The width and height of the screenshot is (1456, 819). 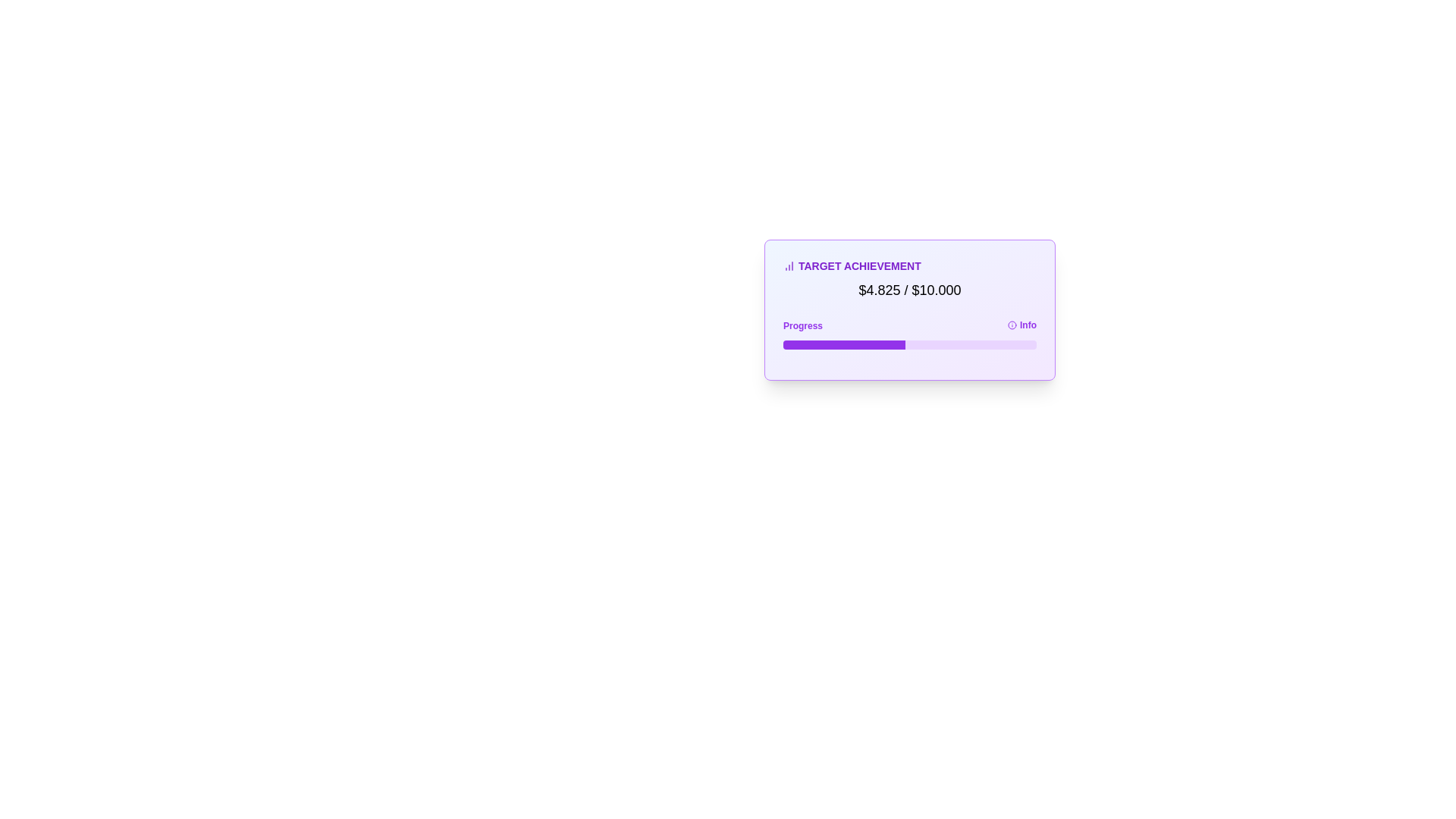 What do you see at coordinates (1022, 324) in the screenshot?
I see `the informational label with an accompanying icon located` at bounding box center [1022, 324].